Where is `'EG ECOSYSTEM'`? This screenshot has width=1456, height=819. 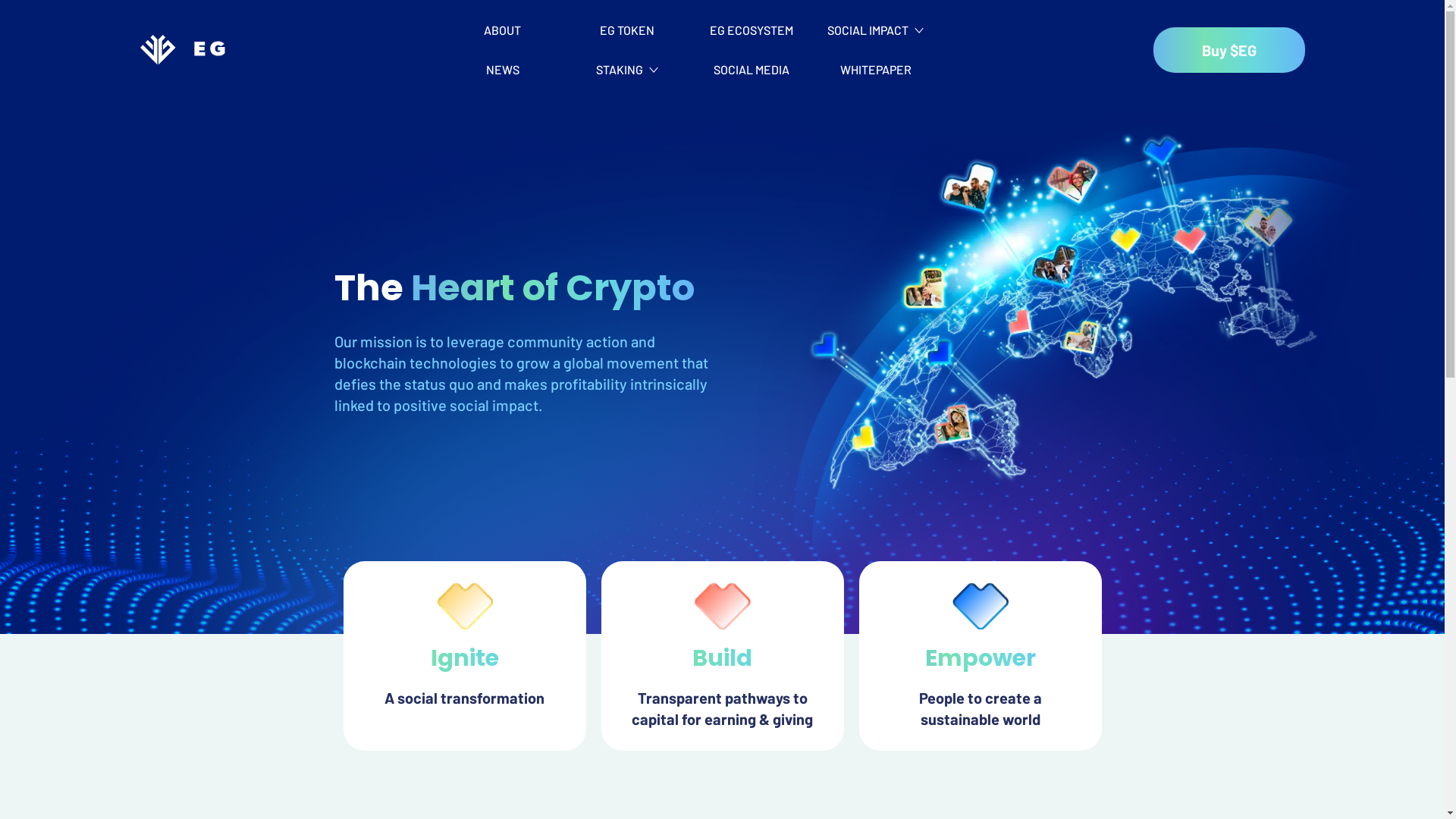
'EG ECOSYSTEM' is located at coordinates (750, 30).